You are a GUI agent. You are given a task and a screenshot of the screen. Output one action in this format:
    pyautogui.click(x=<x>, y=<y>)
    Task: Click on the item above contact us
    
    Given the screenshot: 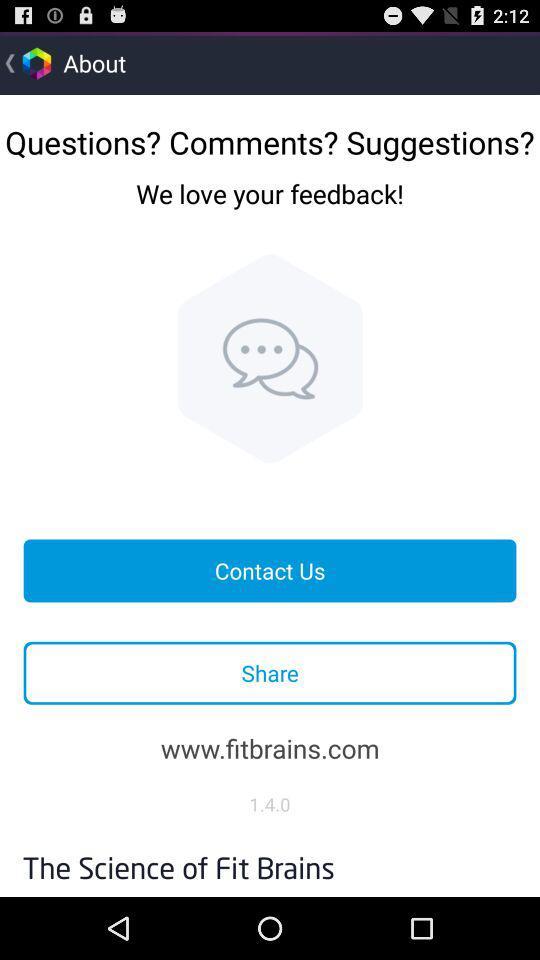 What is the action you would take?
    pyautogui.click(x=270, y=358)
    